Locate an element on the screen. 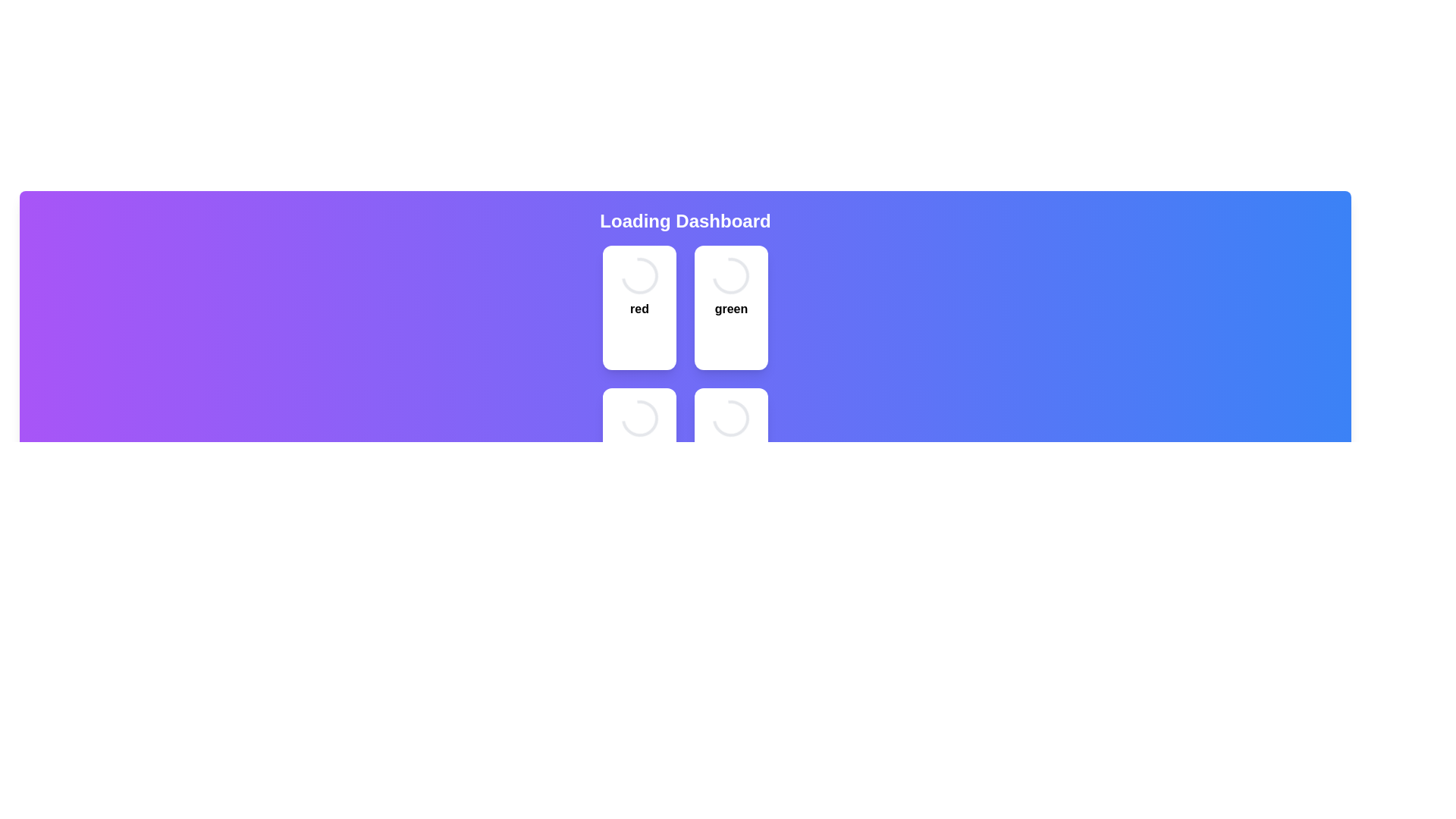  the interactive card in the bottom-left position of the grid, which is associated with the 'blue' category or status is located at coordinates (639, 450).